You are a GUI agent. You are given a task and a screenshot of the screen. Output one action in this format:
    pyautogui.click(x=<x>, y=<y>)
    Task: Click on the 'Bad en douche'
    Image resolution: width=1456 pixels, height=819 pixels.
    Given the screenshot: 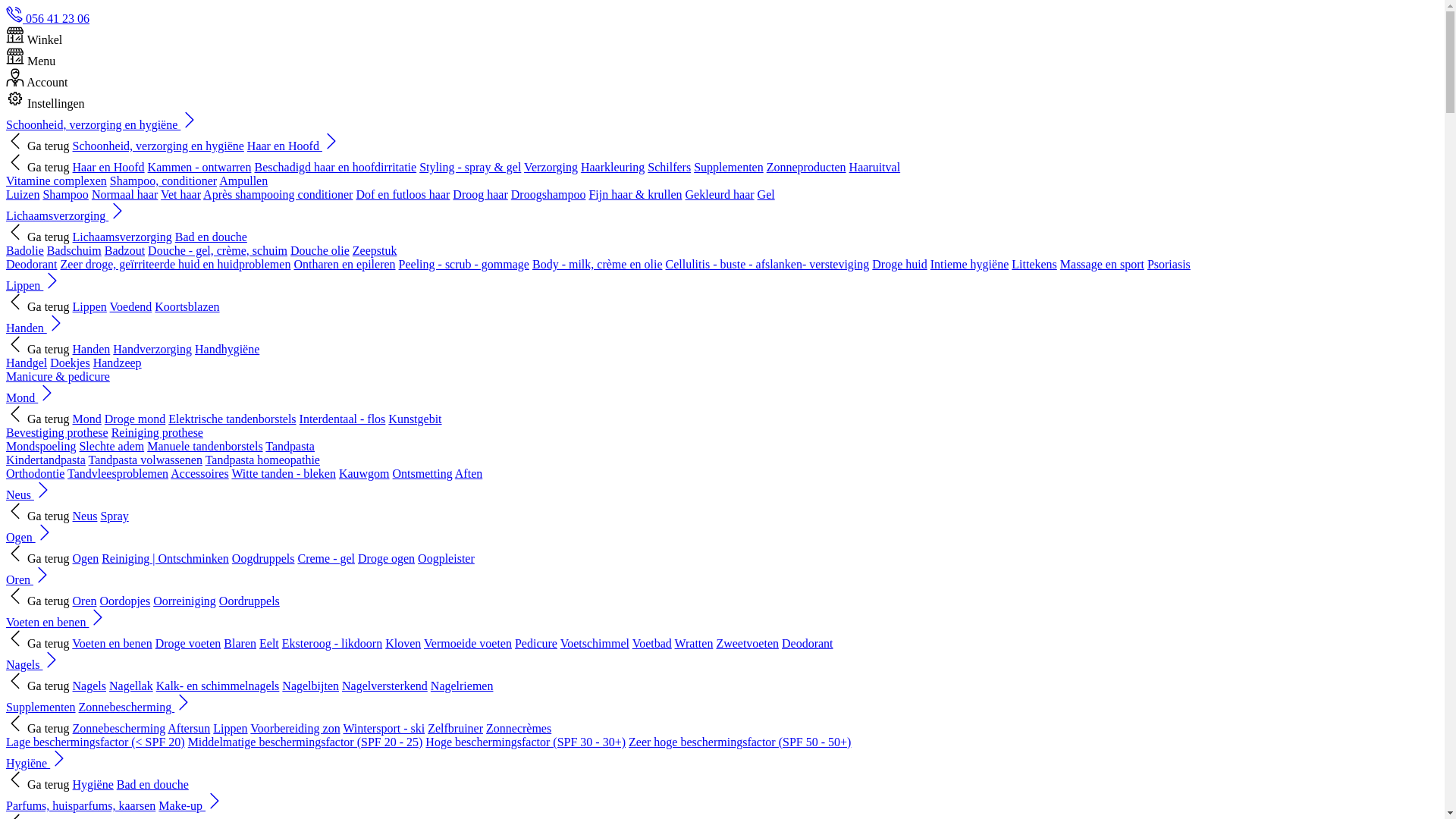 What is the action you would take?
    pyautogui.click(x=210, y=237)
    